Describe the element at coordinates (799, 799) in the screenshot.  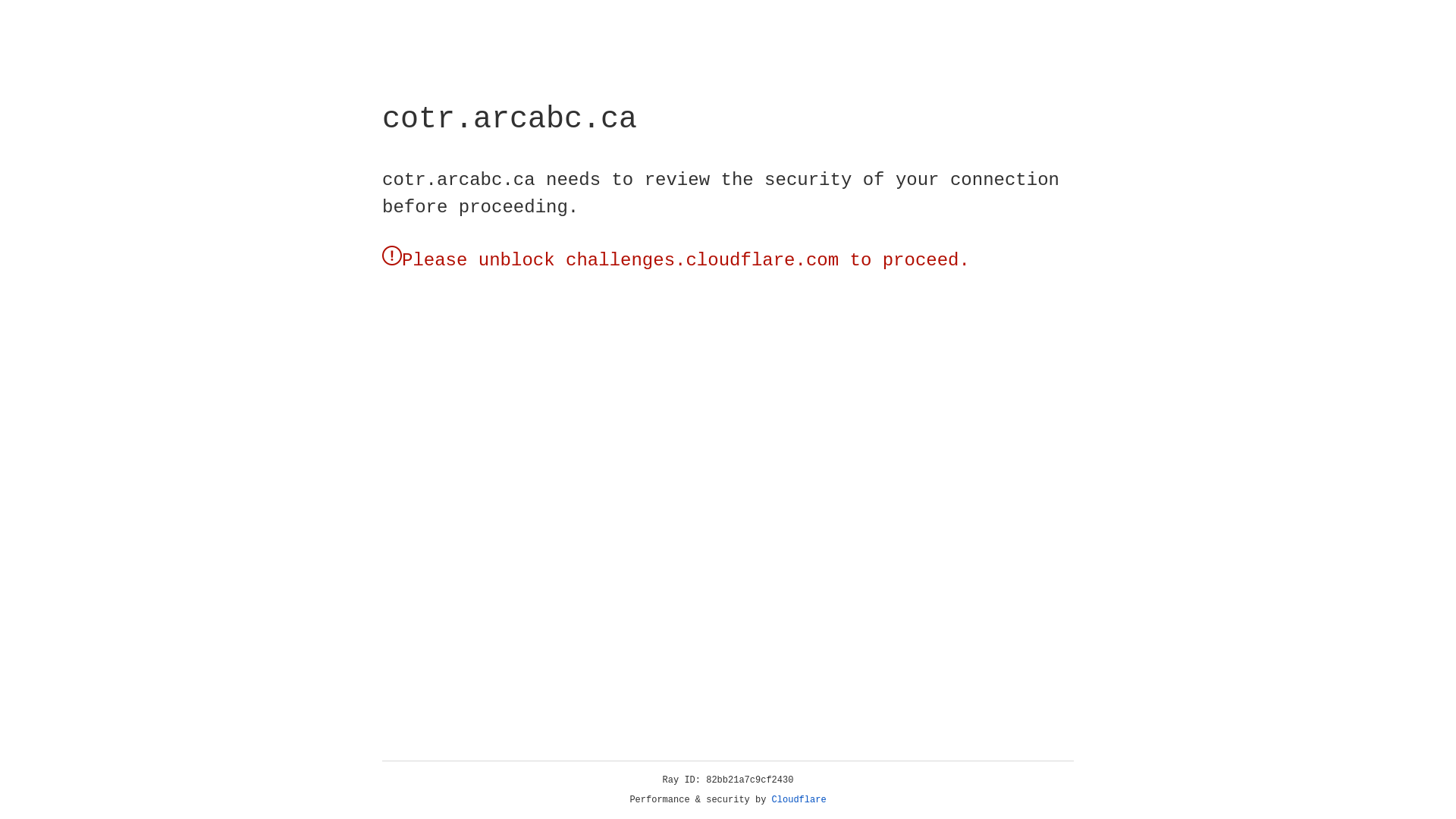
I see `'Cloudflare'` at that location.